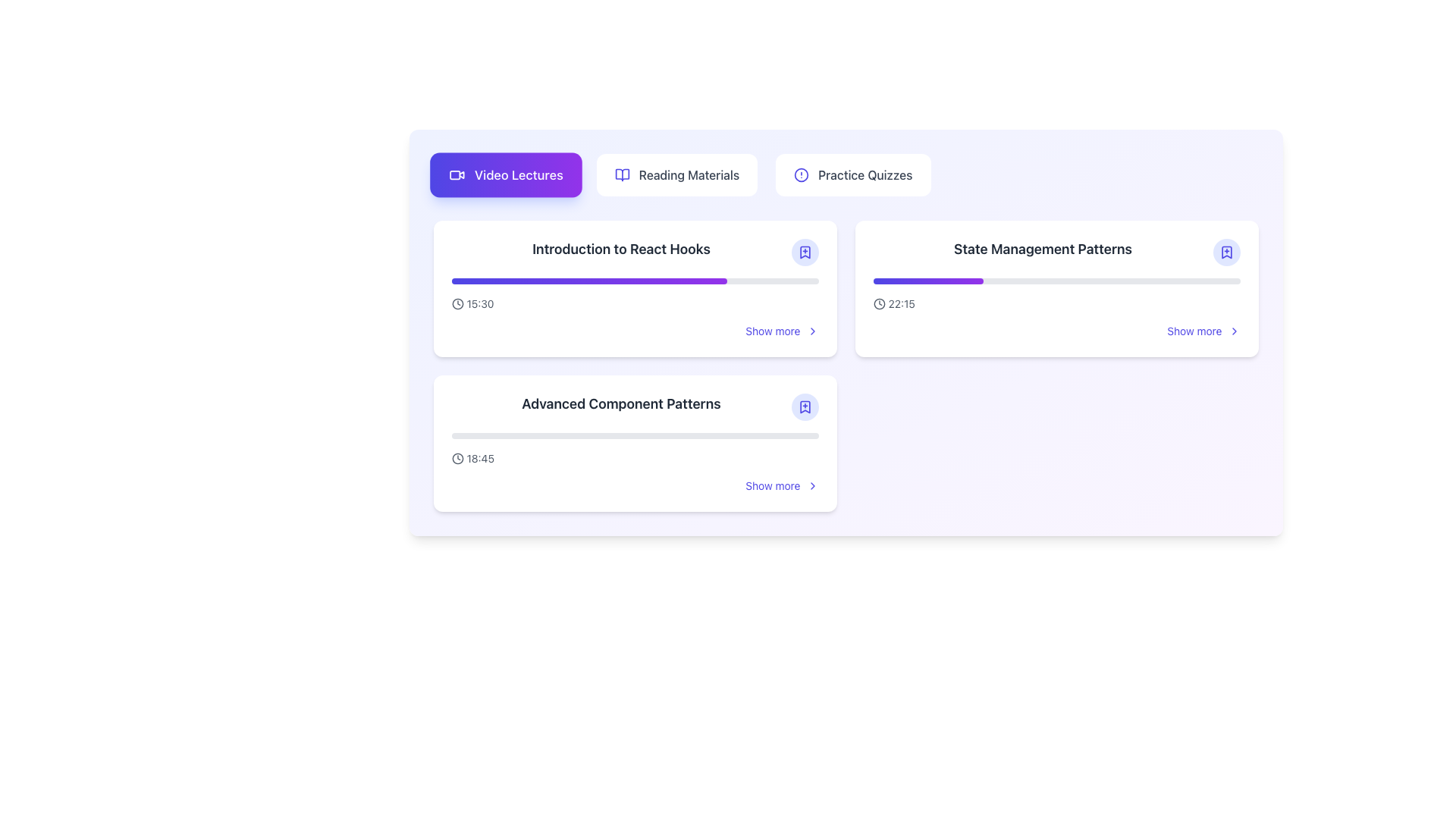 Image resolution: width=1456 pixels, height=819 pixels. What do you see at coordinates (1203, 330) in the screenshot?
I see `the 'Show more' hyperlink styled in indigo-blue font with an arrow icon, located at the bottom-right corner of the 'State Management Patterns' panel` at bounding box center [1203, 330].